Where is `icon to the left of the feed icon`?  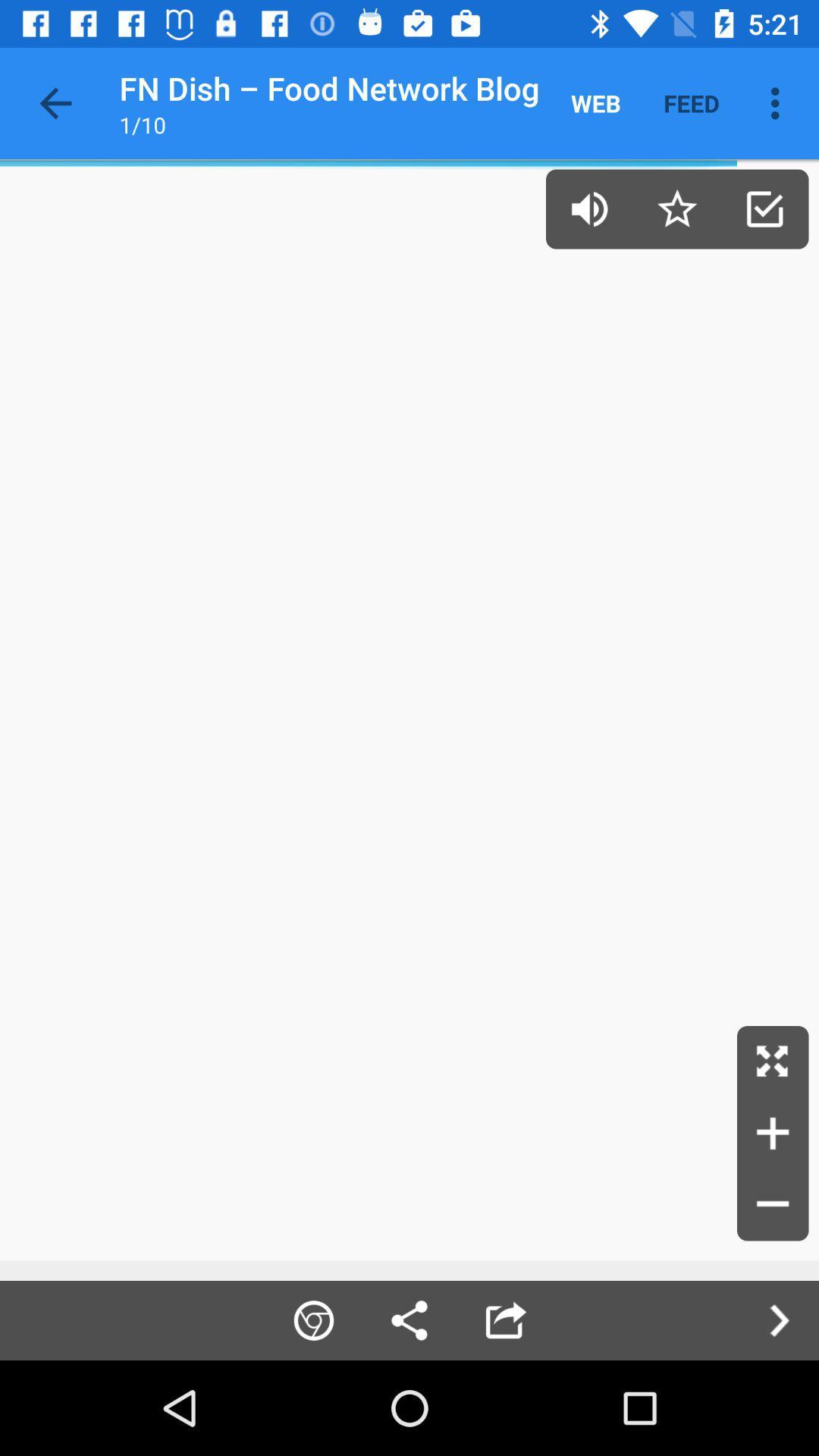
icon to the left of the feed icon is located at coordinates (595, 102).